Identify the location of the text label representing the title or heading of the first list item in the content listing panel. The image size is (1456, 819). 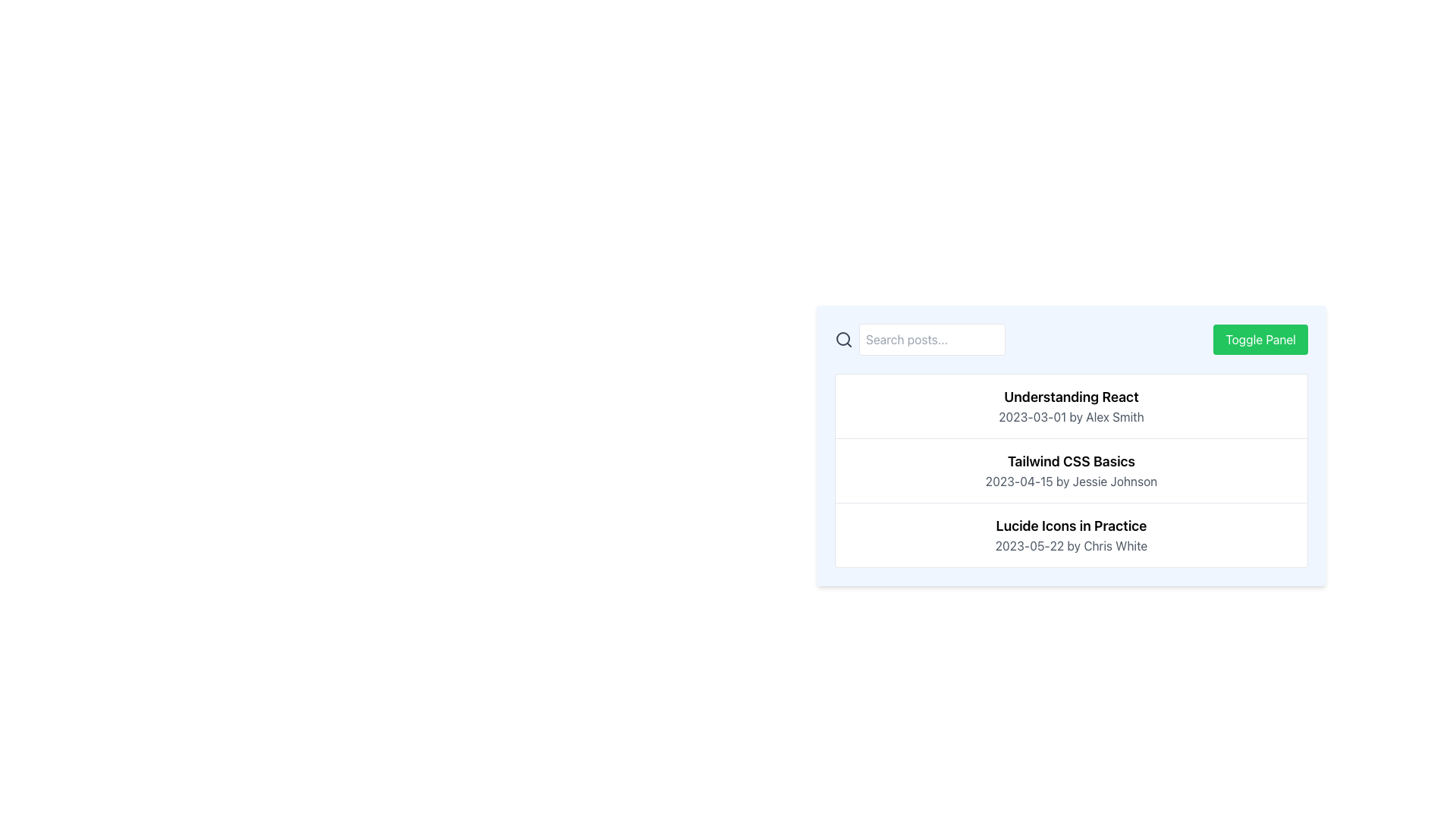
(1070, 397).